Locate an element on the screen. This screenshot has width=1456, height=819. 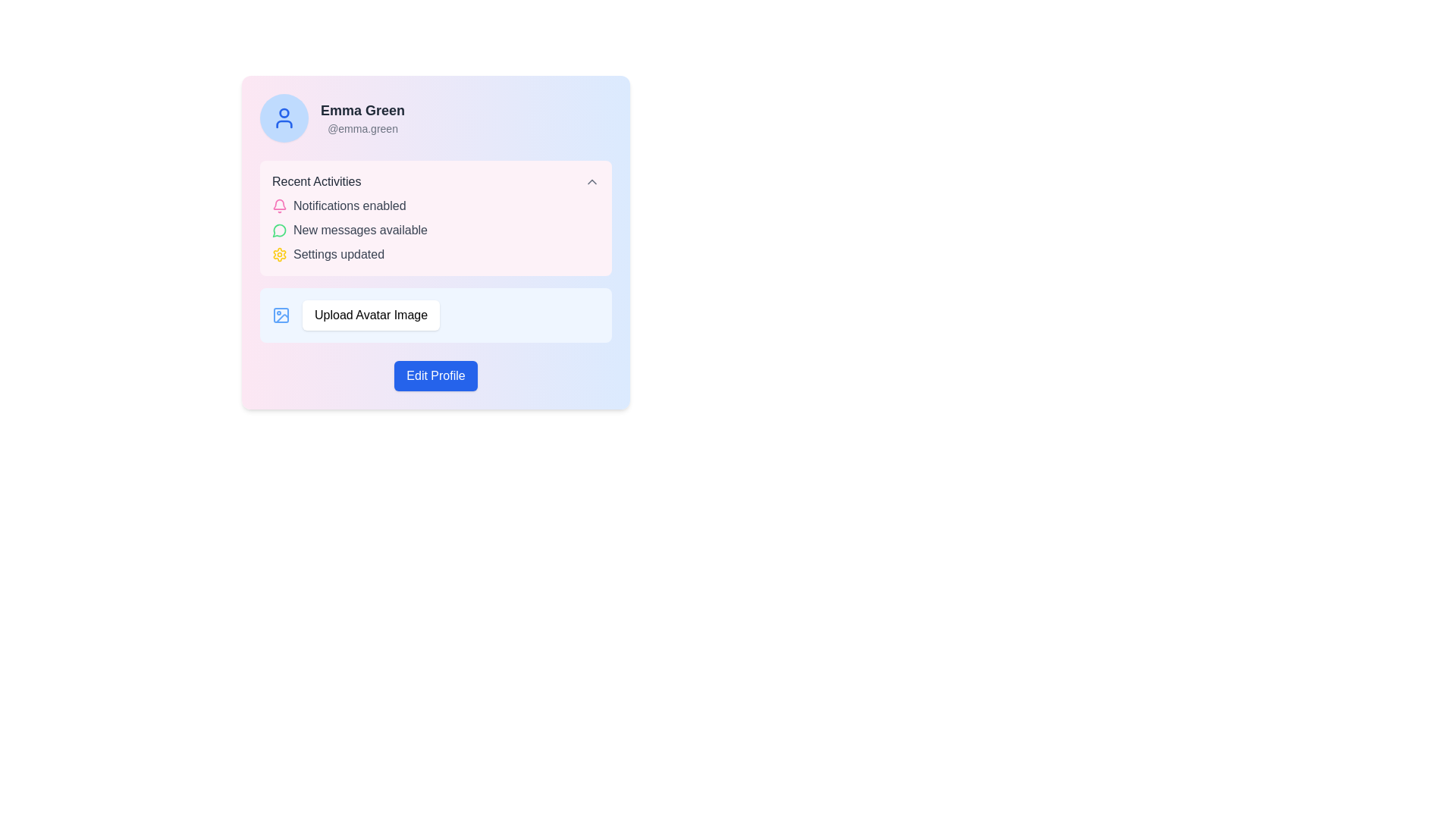
the small blue icon resembling a photo symbol, which is located to the left of the 'Upload Avatar Image' text in a light blue background is located at coordinates (281, 315).